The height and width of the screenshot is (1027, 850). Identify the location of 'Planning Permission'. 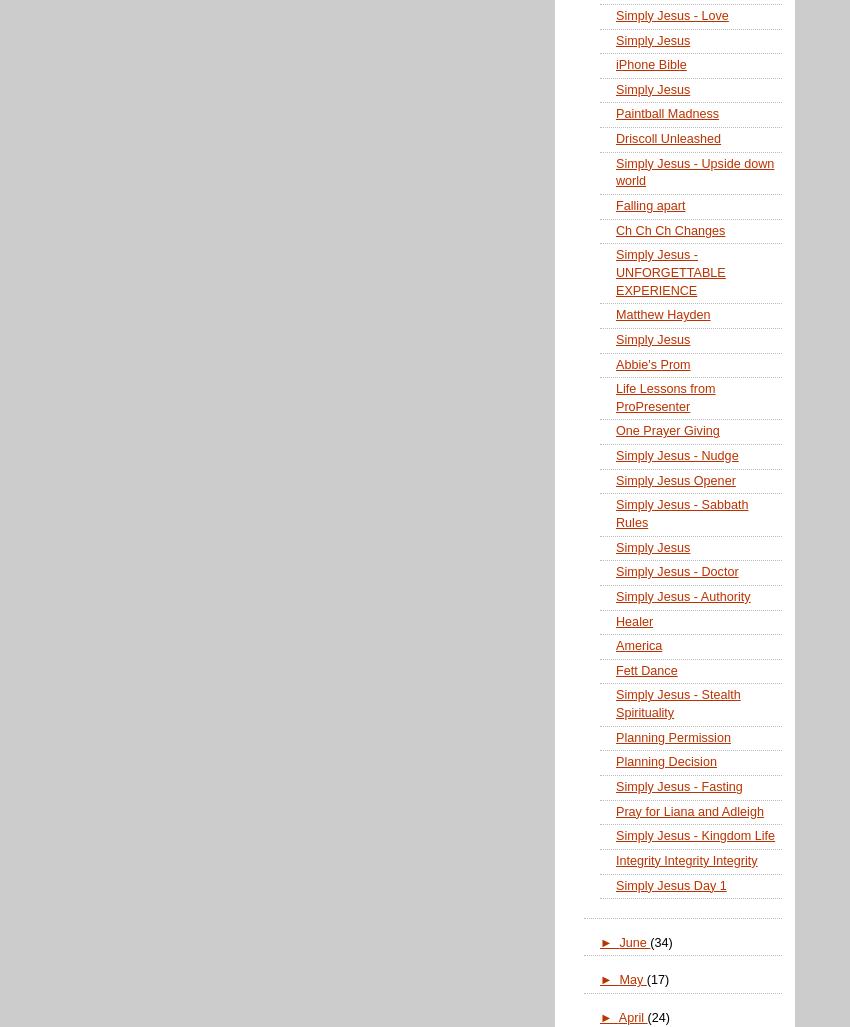
(673, 736).